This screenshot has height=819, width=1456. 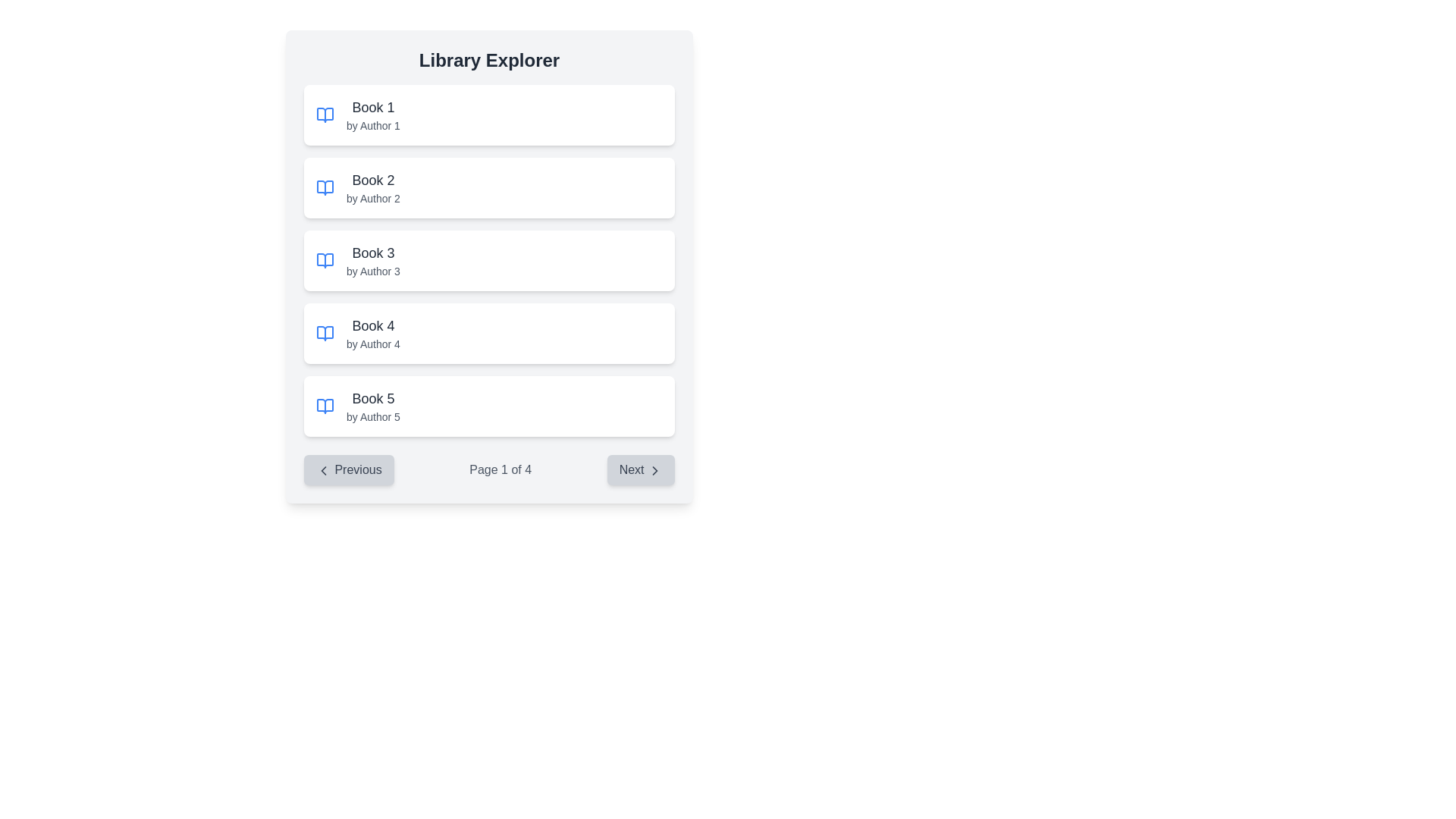 I want to click on the book icon representing 'Book 3' by 'Author 3', which is located to the left of its title and subtitle, so click(x=324, y=259).